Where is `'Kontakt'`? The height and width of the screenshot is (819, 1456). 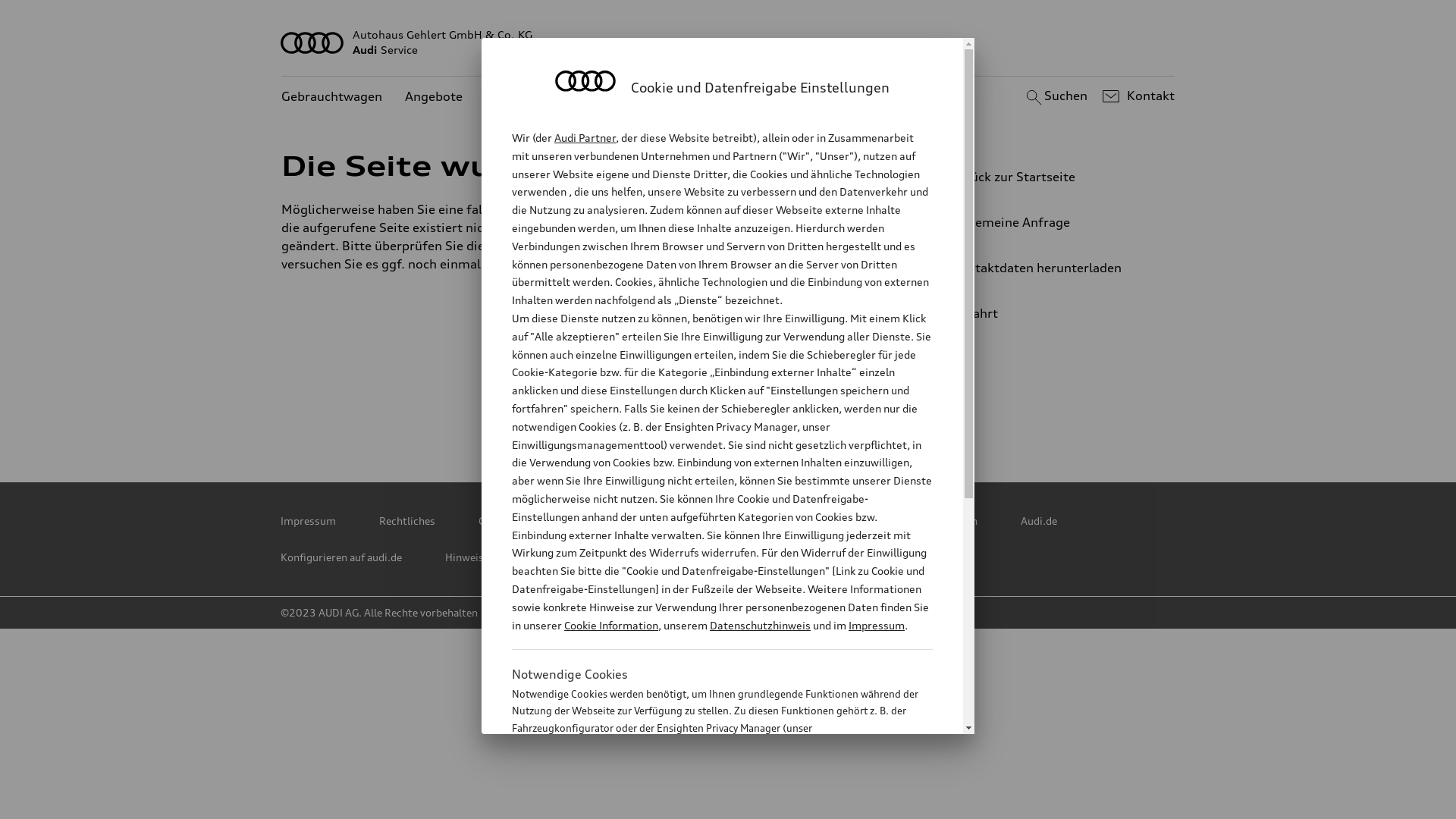 'Kontakt' is located at coordinates (1136, 96).